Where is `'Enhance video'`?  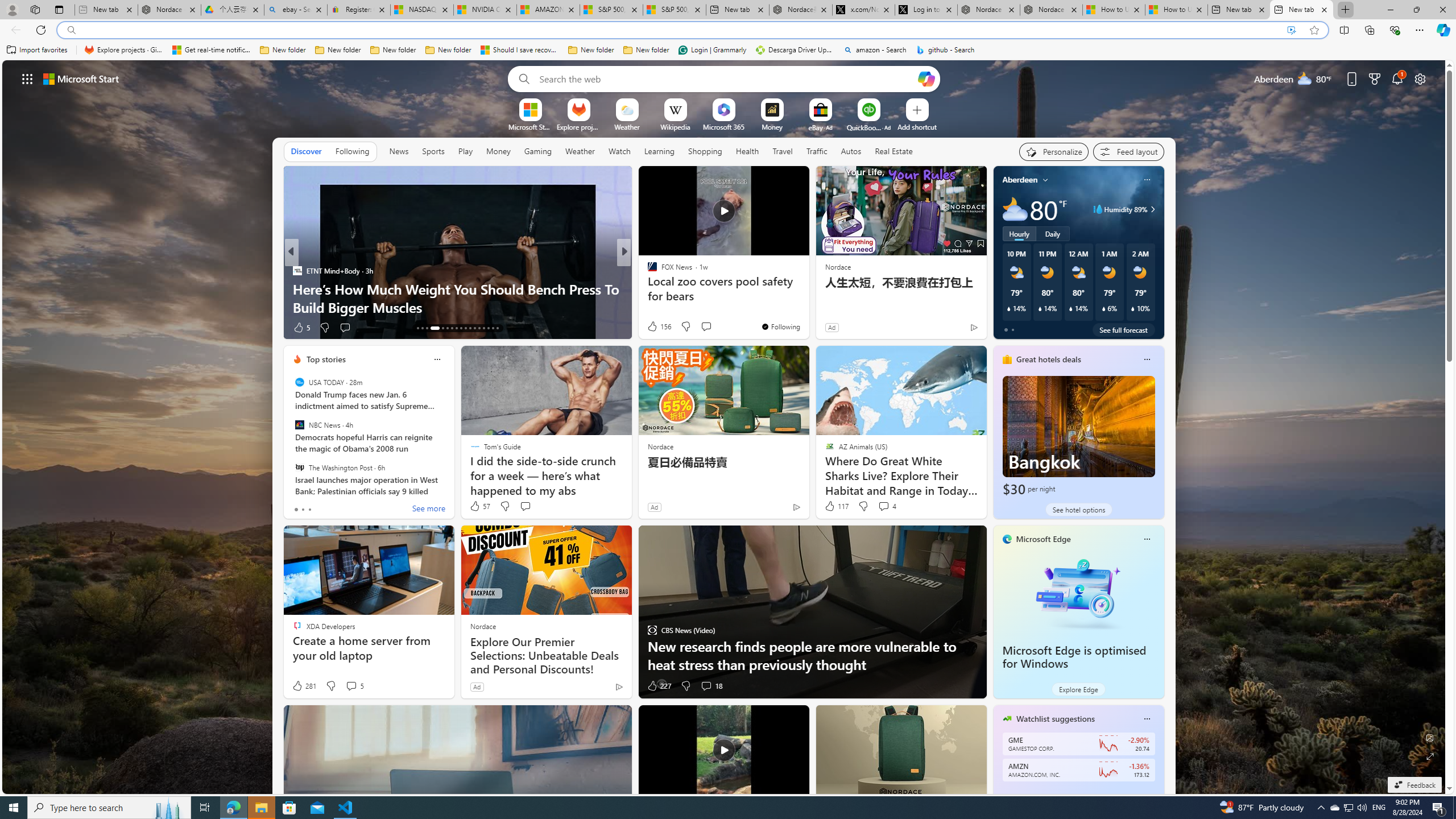
'Enhance video' is located at coordinates (1291, 30).